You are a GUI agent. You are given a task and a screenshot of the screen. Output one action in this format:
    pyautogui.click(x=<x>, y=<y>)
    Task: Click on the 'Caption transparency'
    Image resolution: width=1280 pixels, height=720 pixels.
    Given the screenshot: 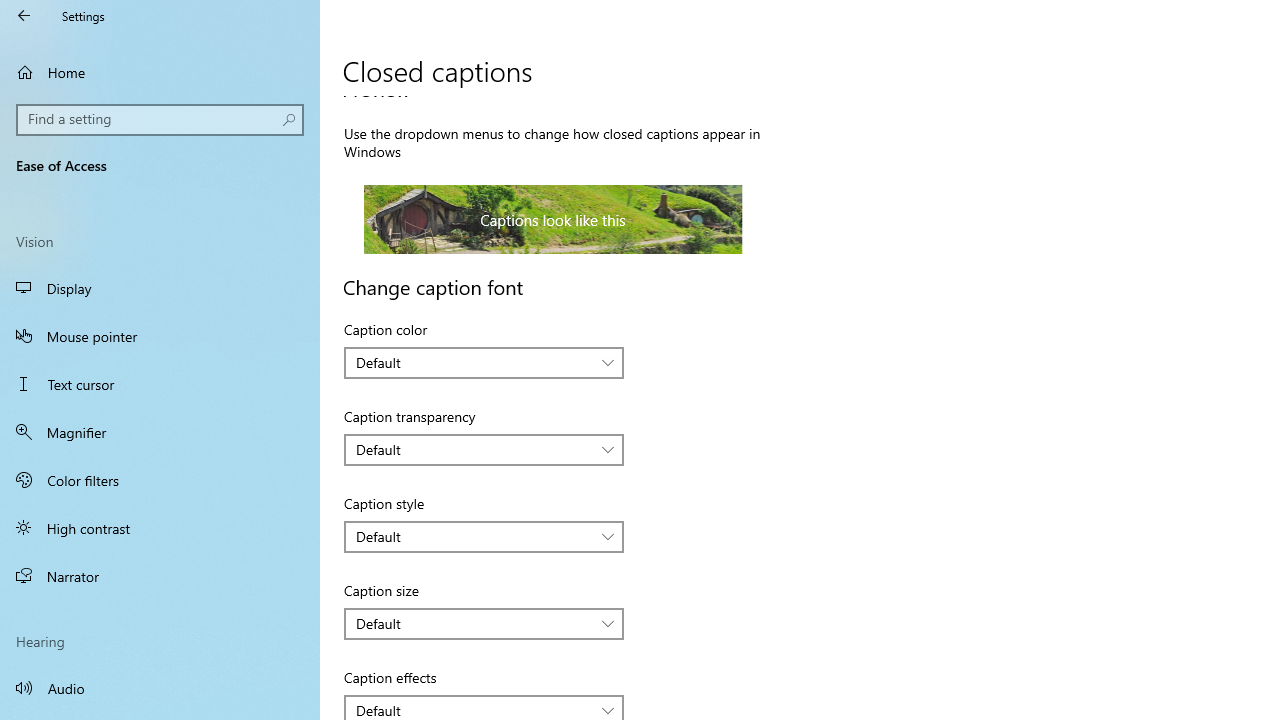 What is the action you would take?
    pyautogui.click(x=484, y=450)
    